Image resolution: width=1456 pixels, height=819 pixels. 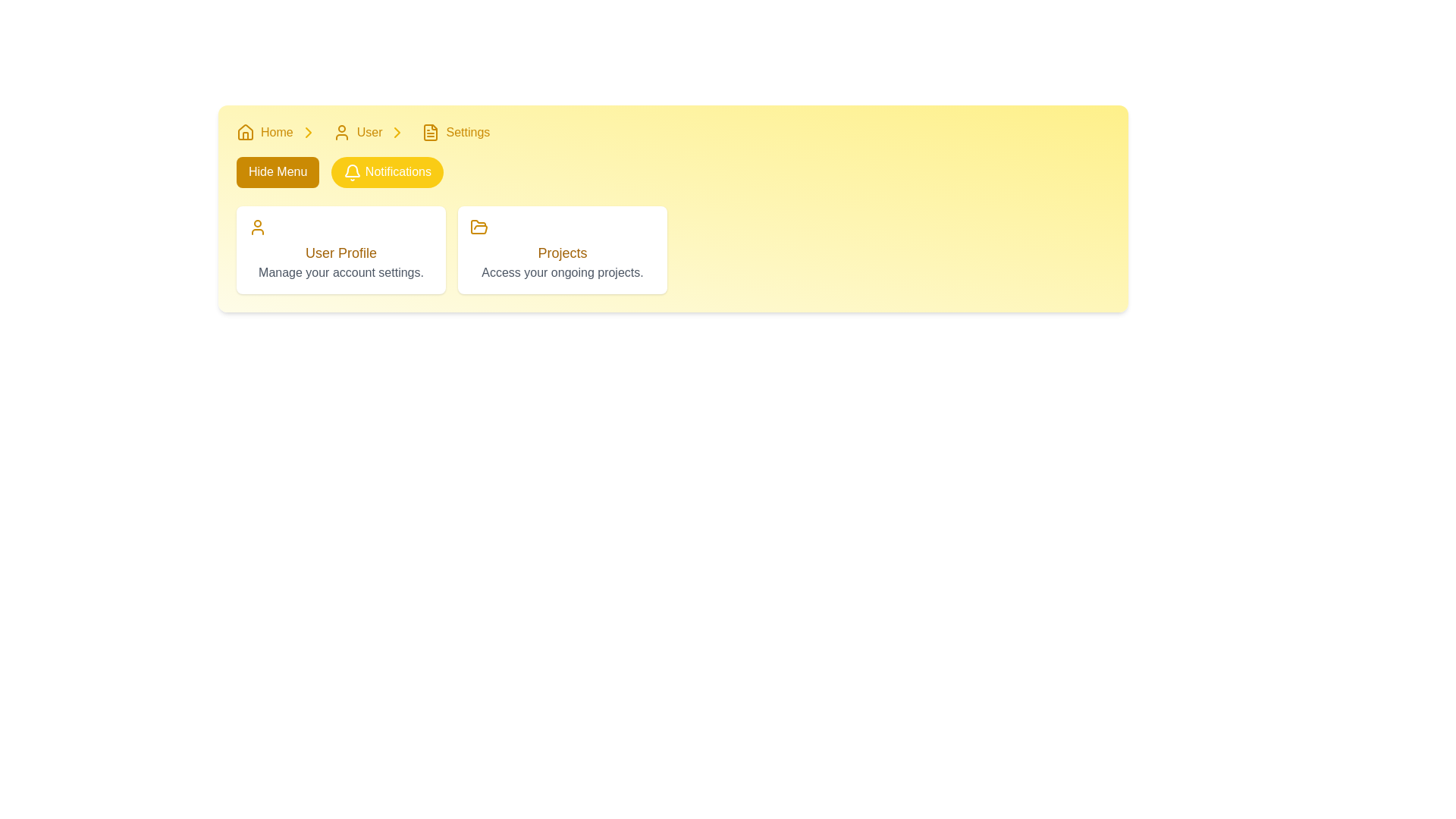 I want to click on description of the second card component located in the grid layout, which provides access to ongoing projects, so click(x=562, y=248).